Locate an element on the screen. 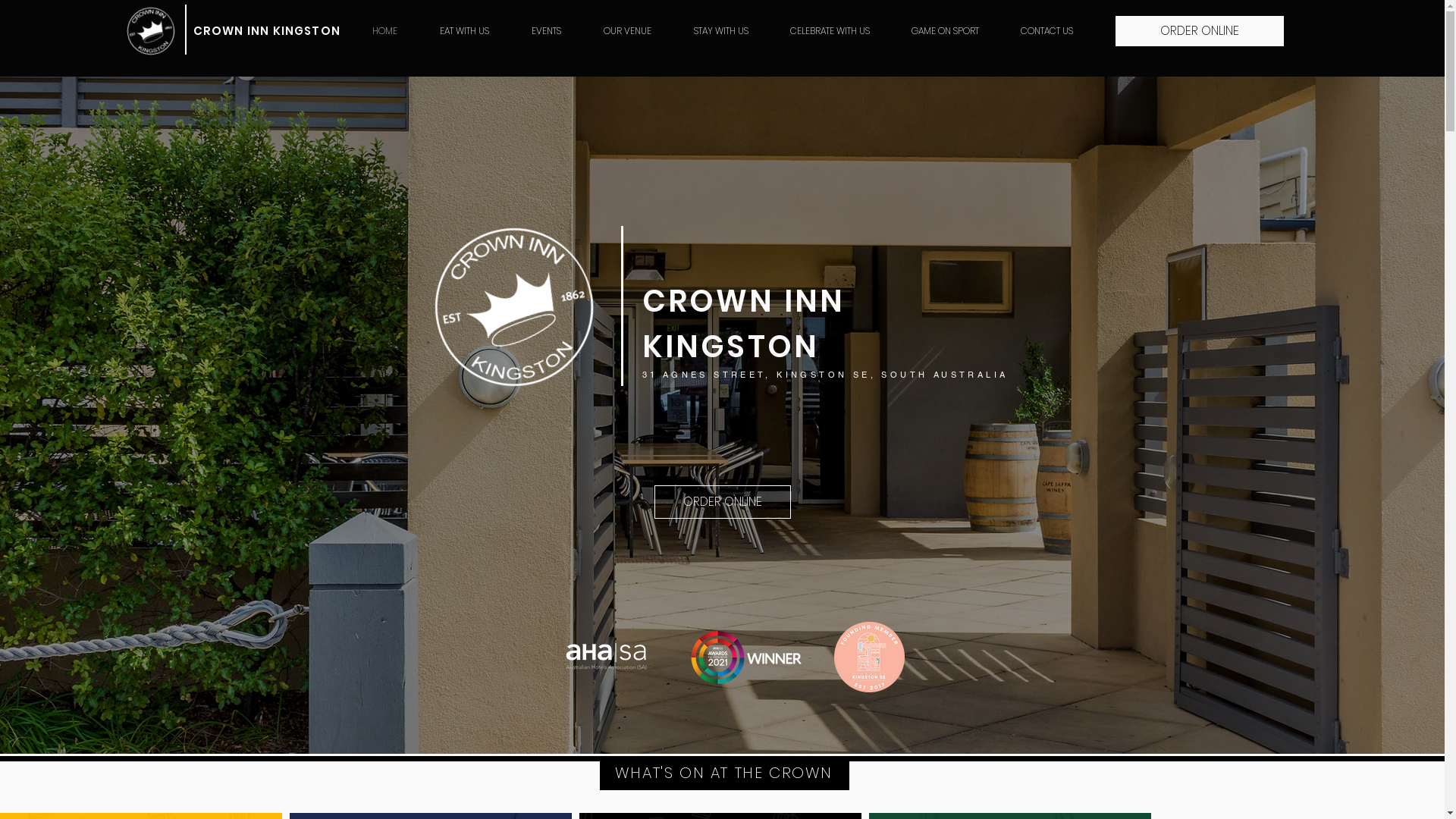 The height and width of the screenshot is (819, 1456). 'EAT WITH US' is located at coordinates (463, 30).